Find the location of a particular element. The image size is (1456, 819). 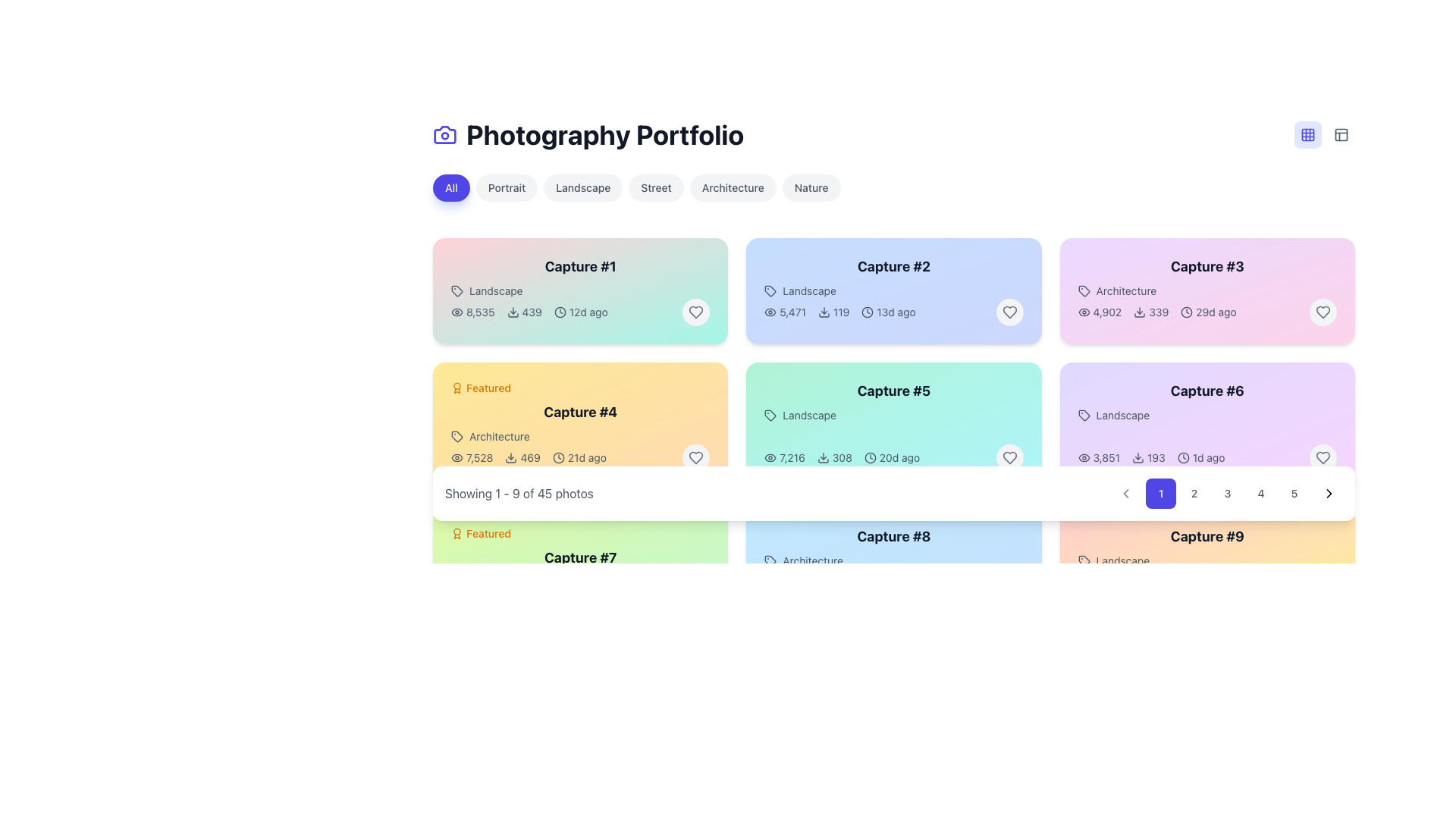

the toggle layout button located in the top-right corner of the interface to observe the visual feedback is located at coordinates (1341, 133).